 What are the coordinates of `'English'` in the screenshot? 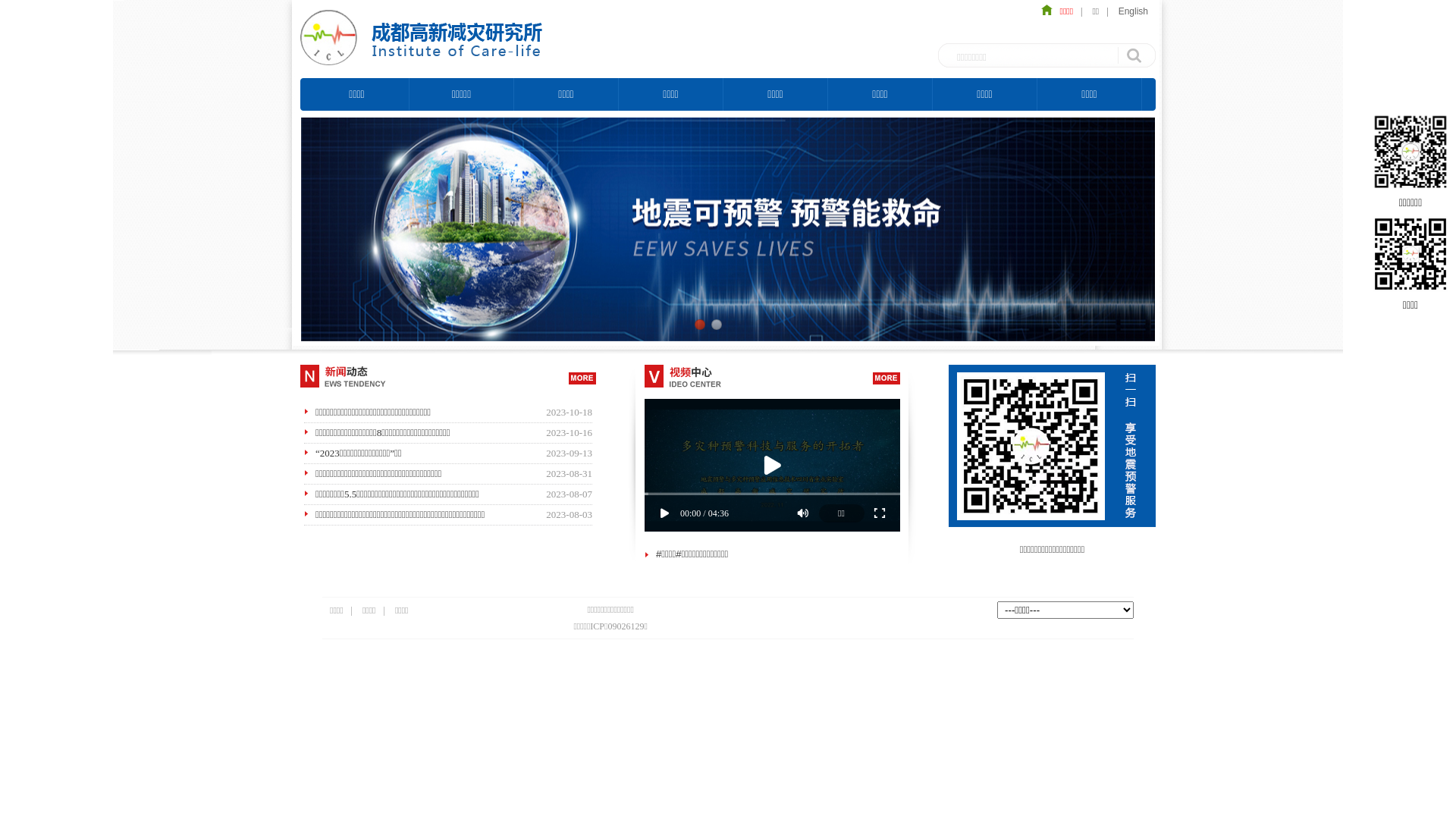 It's located at (1133, 11).